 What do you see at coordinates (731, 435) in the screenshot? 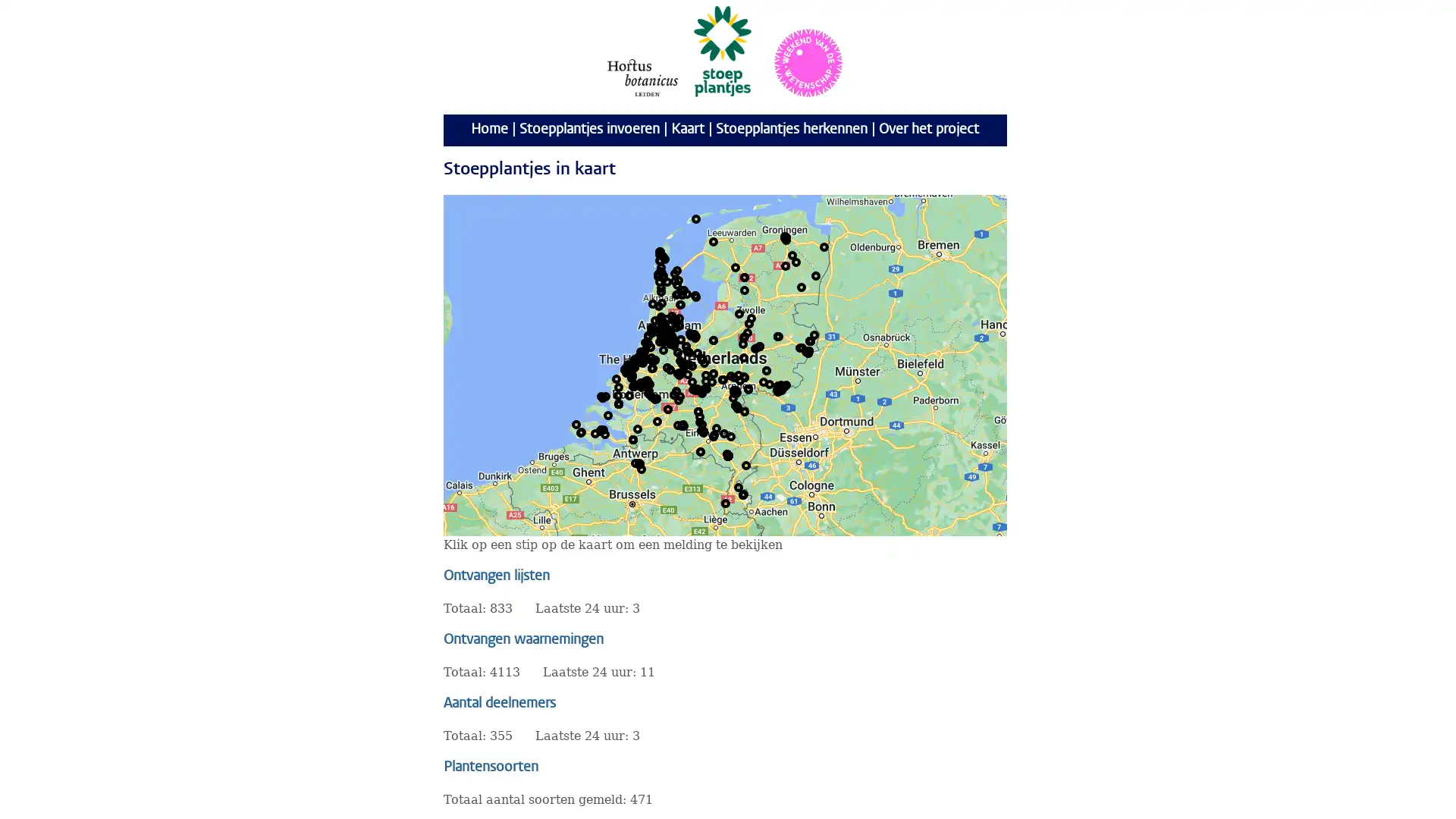
I see `Telling van Rene van Deutekom op 15 oktober 2021` at bounding box center [731, 435].